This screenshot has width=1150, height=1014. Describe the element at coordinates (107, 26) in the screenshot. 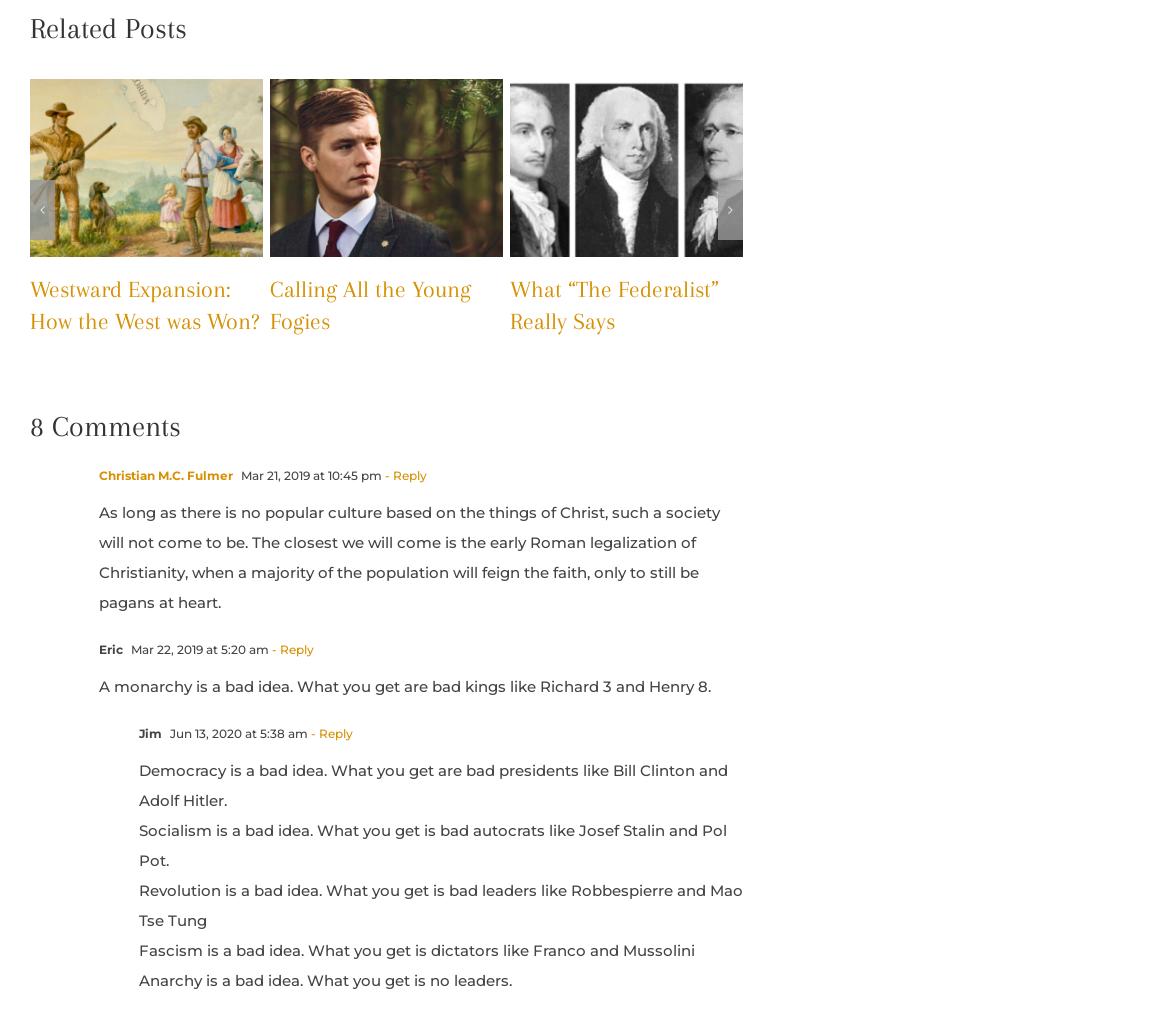

I see `'Related Posts'` at that location.